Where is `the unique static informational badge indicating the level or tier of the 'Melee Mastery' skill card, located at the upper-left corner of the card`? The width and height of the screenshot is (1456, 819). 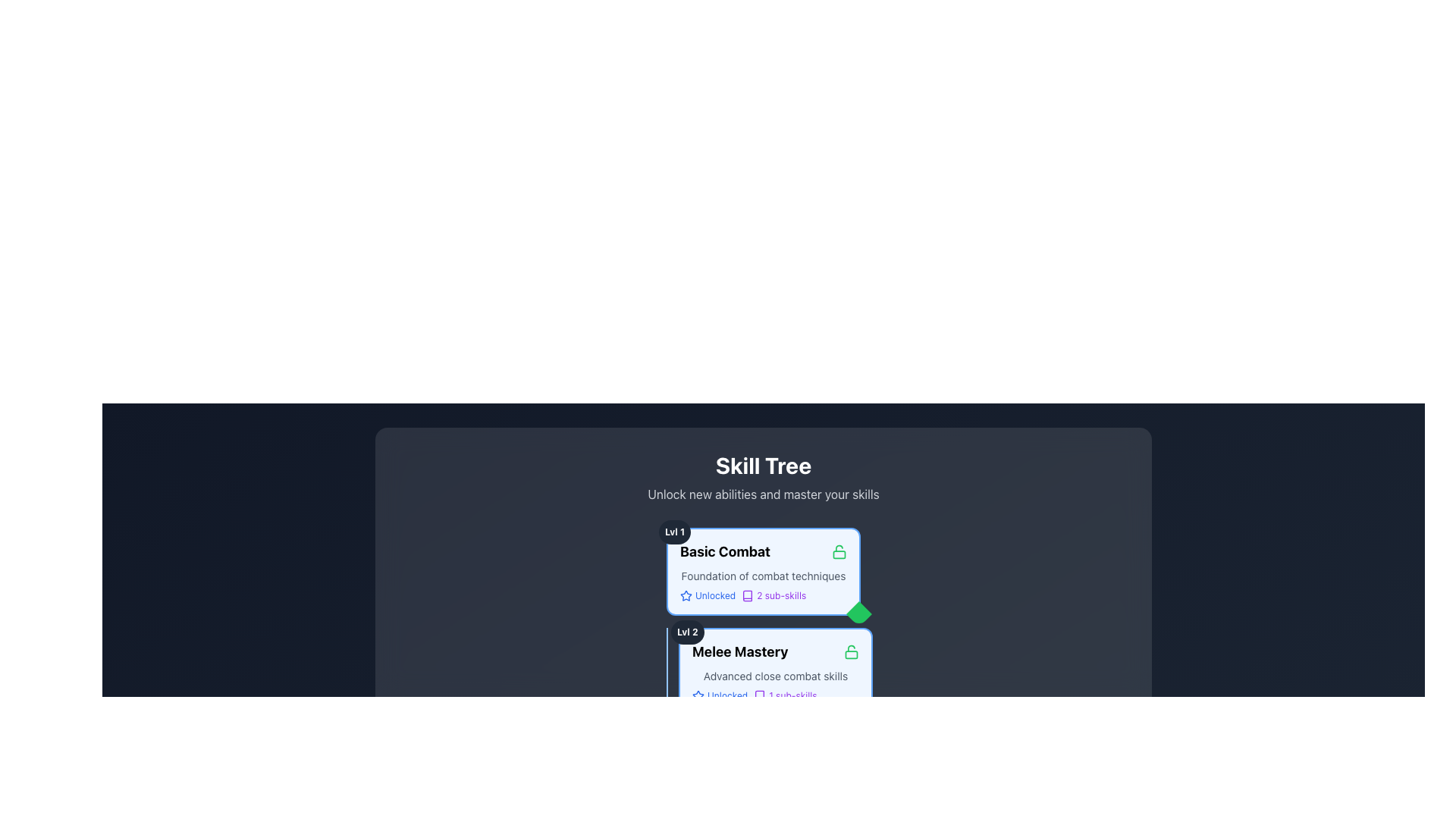 the unique static informational badge indicating the level or tier of the 'Melee Mastery' skill card, located at the upper-left corner of the card is located at coordinates (686, 632).